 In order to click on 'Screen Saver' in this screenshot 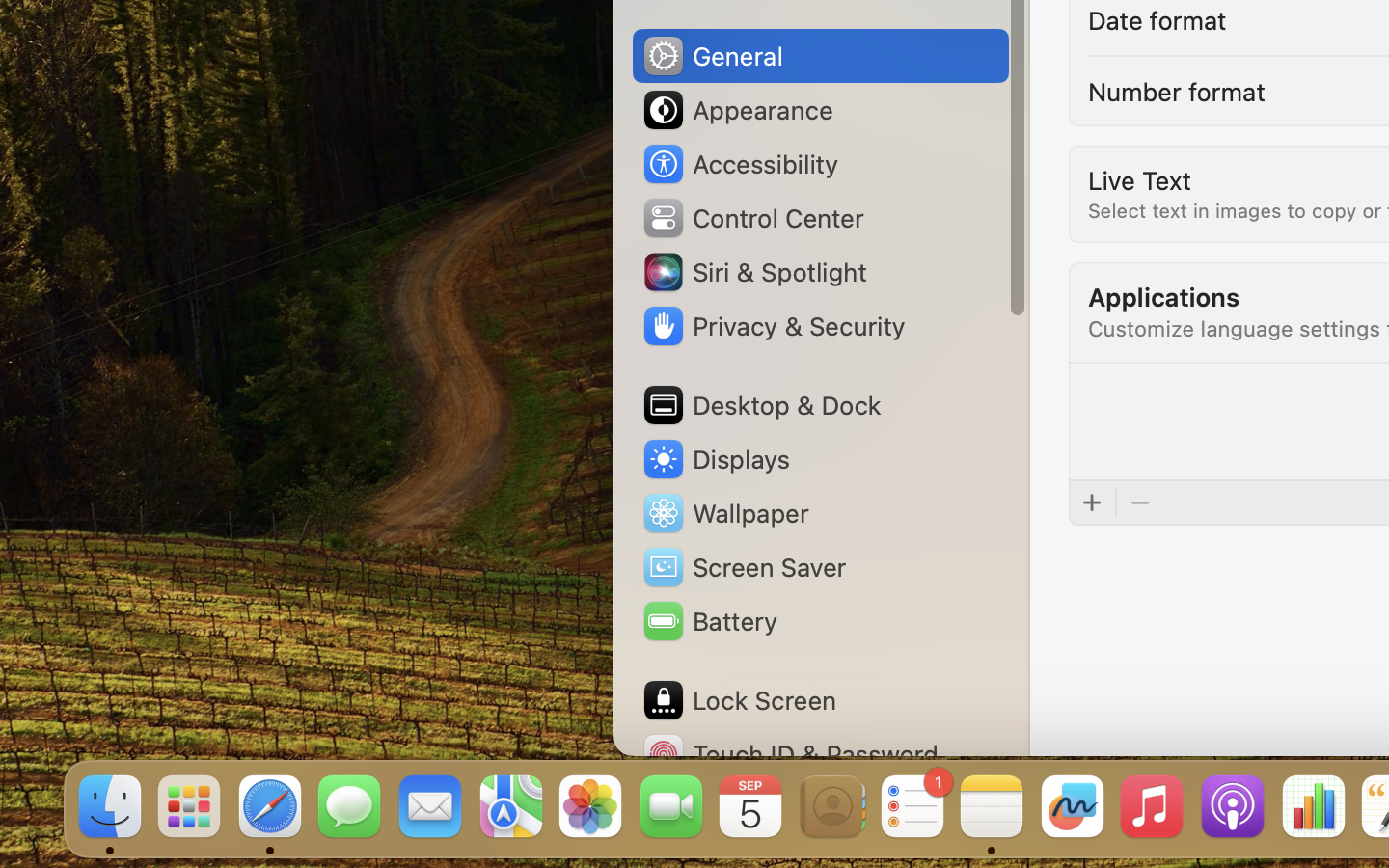, I will do `click(742, 566)`.